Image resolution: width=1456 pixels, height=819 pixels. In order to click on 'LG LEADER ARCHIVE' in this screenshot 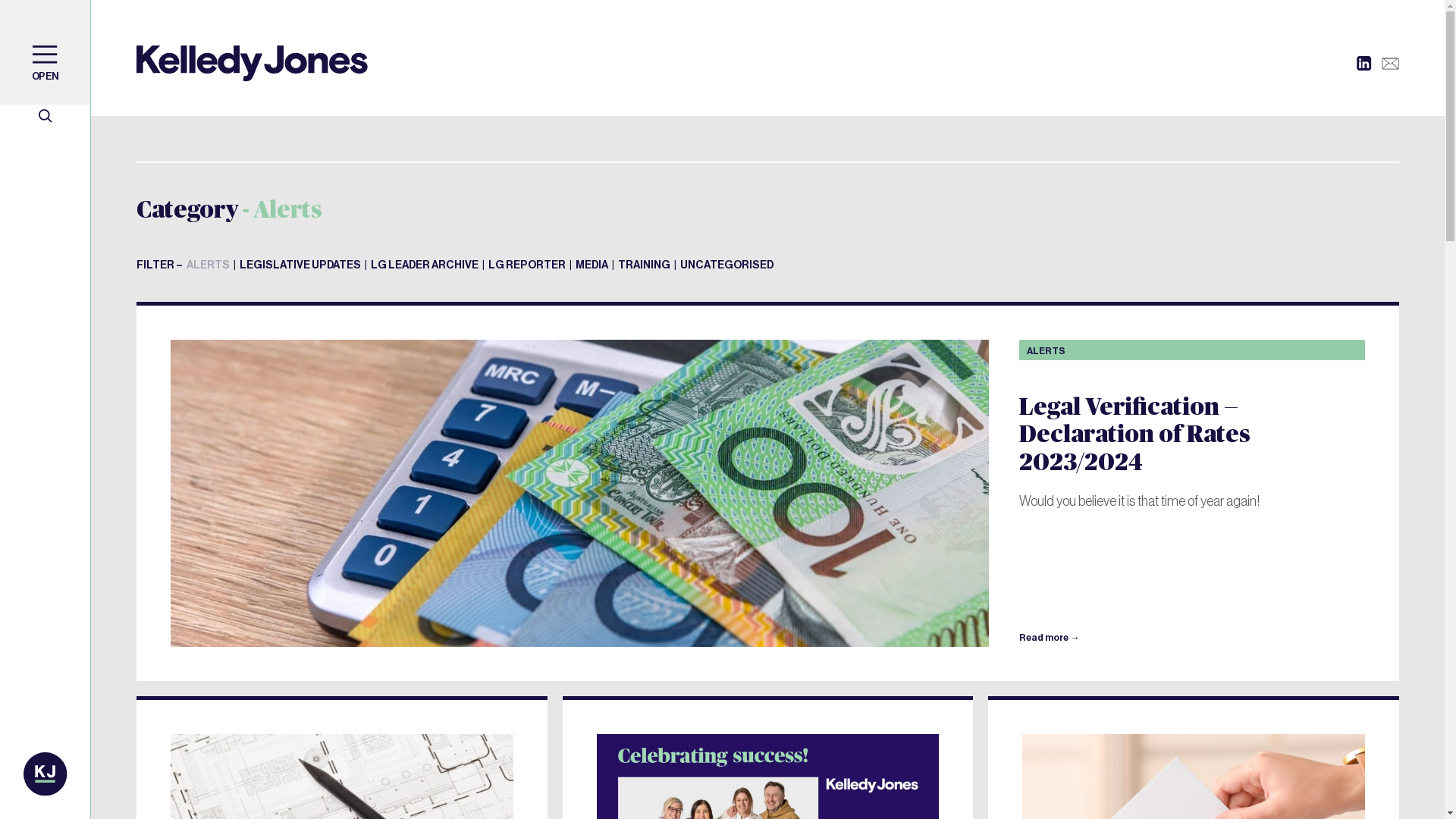, I will do `click(425, 264)`.